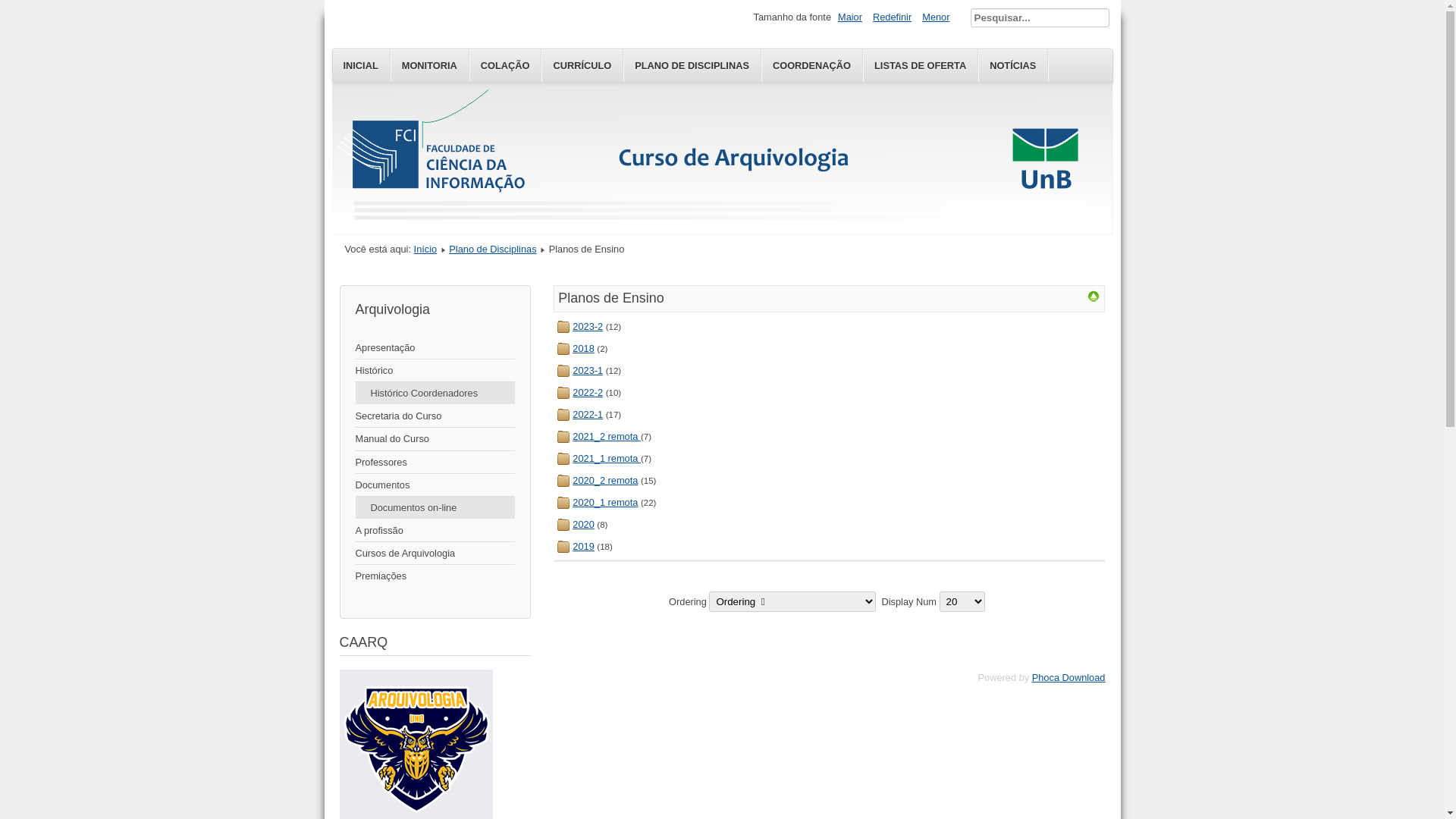 The height and width of the screenshot is (819, 1456). Describe the element at coordinates (353, 416) in the screenshot. I see `'Secretaria do Curso'` at that location.